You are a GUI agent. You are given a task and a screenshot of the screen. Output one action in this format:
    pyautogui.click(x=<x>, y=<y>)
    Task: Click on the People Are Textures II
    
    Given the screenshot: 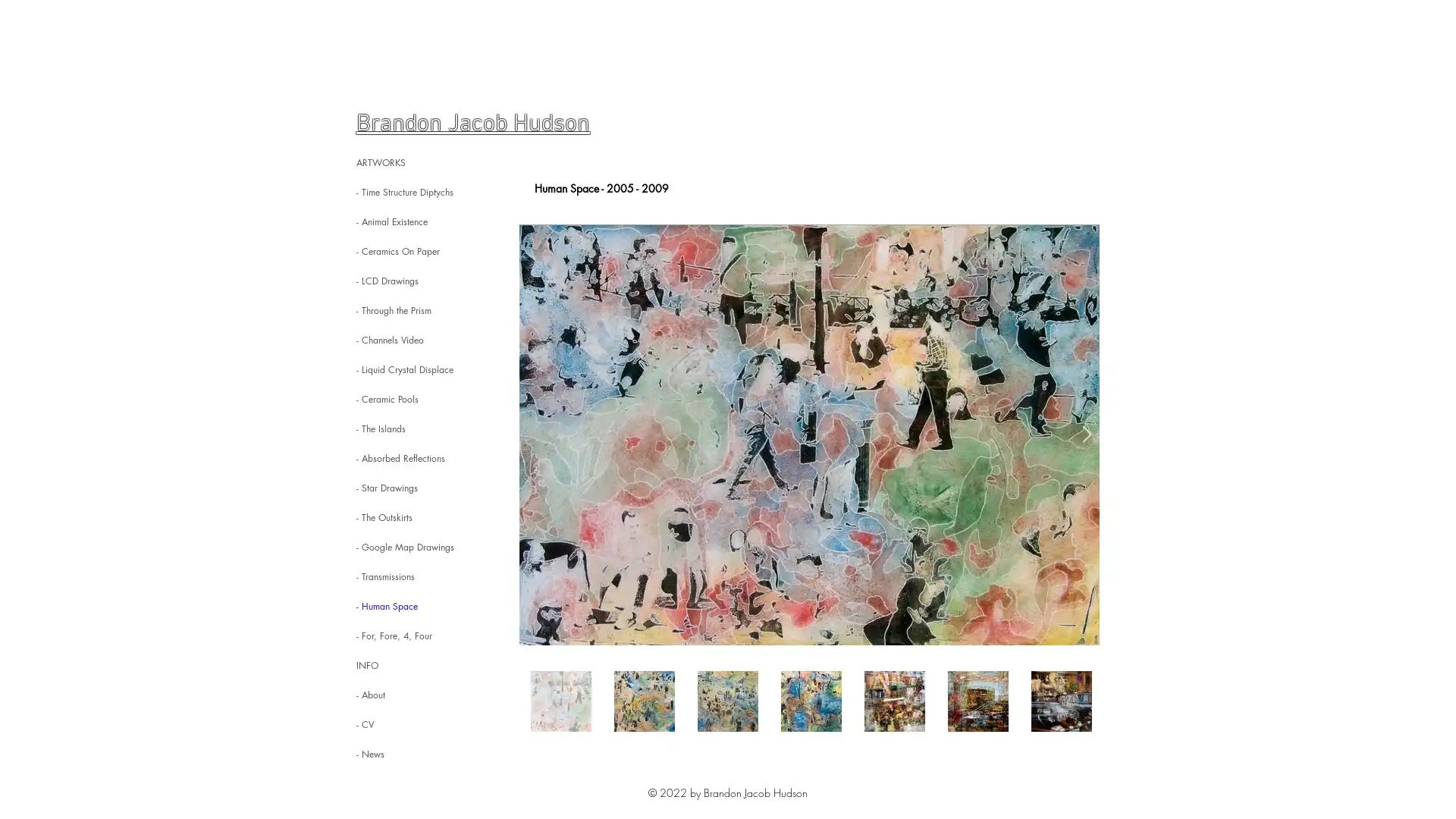 What is the action you would take?
    pyautogui.click(x=808, y=435)
    